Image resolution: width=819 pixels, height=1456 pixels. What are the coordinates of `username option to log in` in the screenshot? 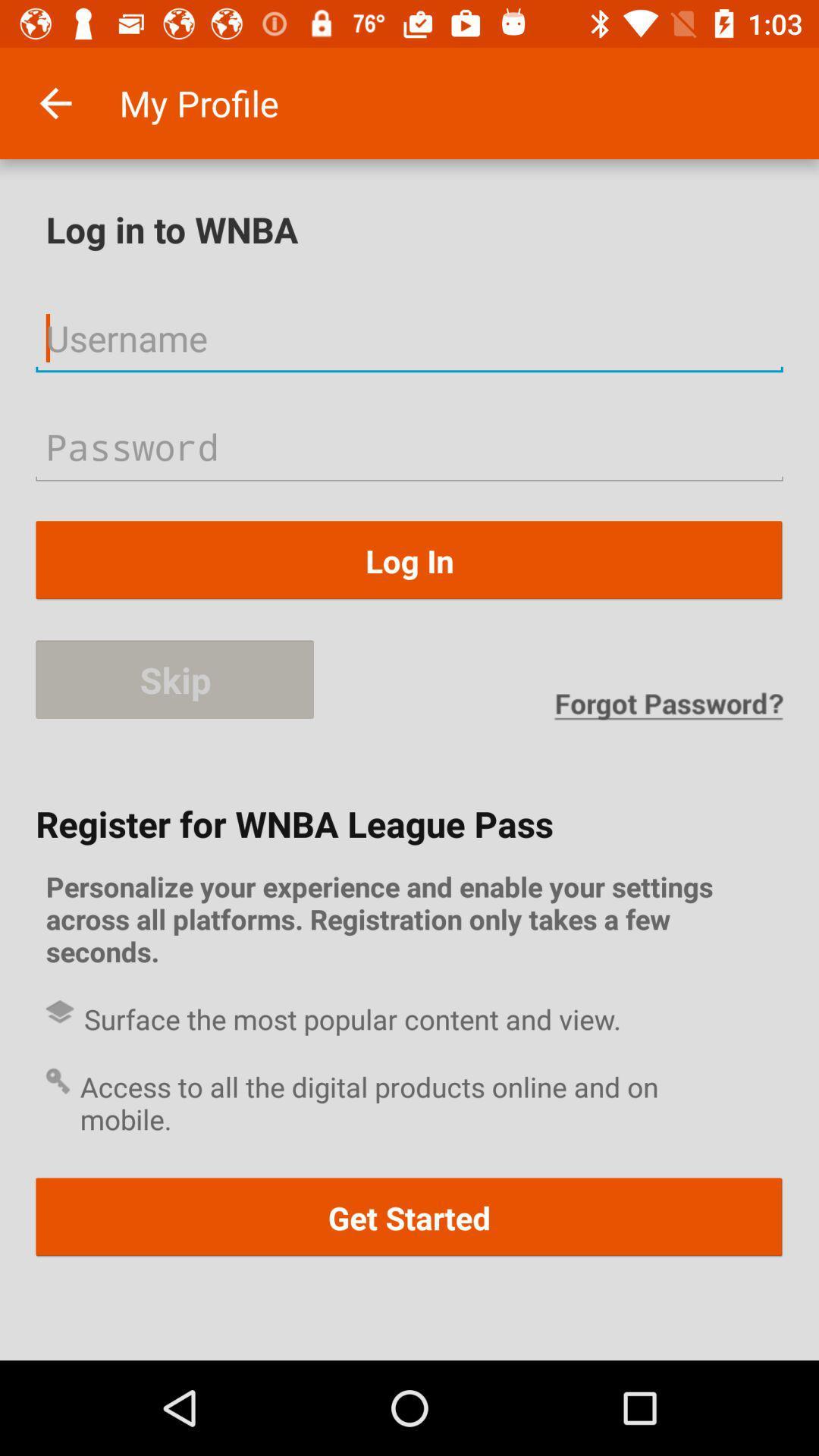 It's located at (409, 337).